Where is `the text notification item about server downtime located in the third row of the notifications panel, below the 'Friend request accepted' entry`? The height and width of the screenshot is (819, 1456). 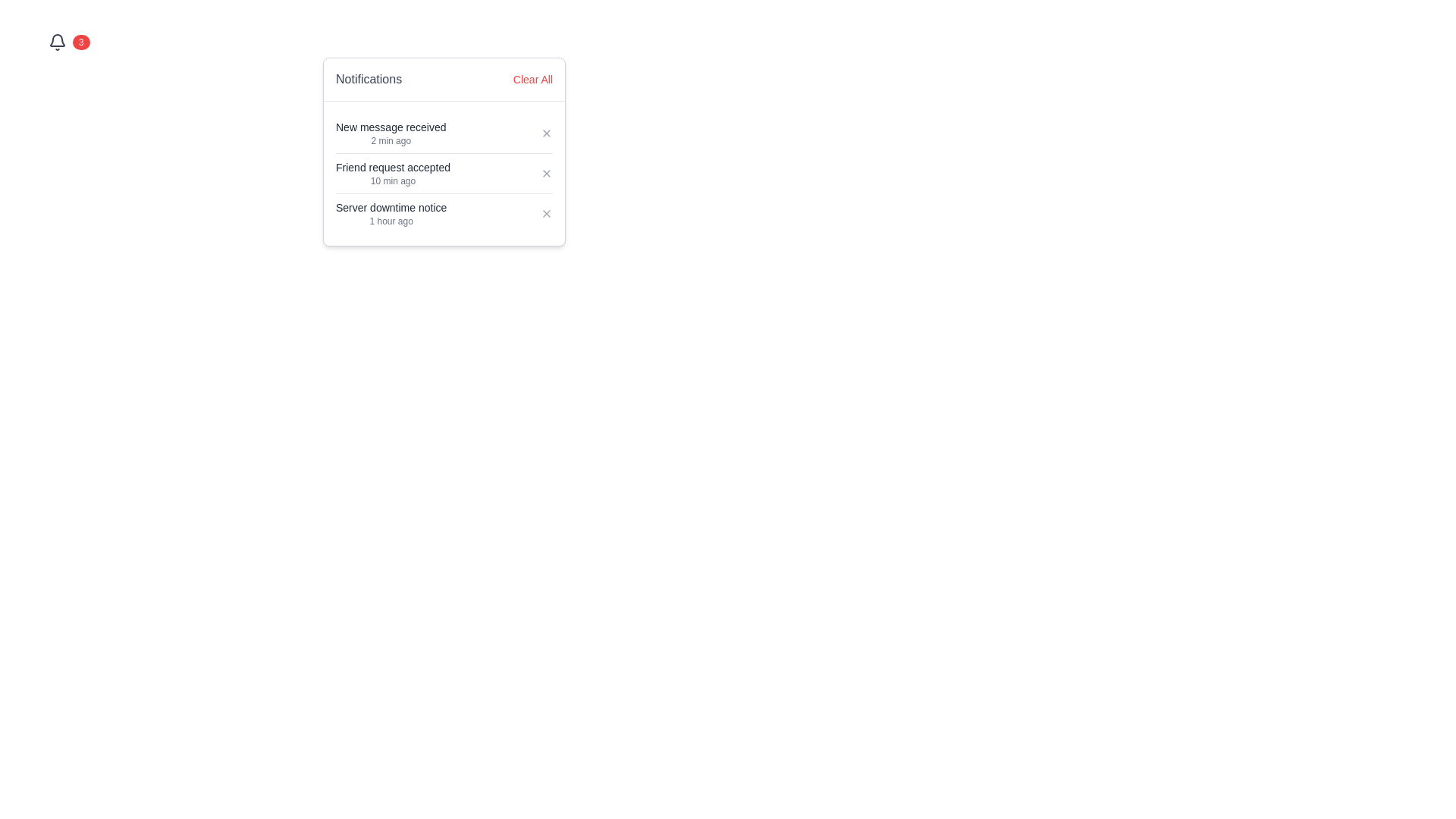 the text notification item about server downtime located in the third row of the notifications panel, below the 'Friend request accepted' entry is located at coordinates (391, 213).